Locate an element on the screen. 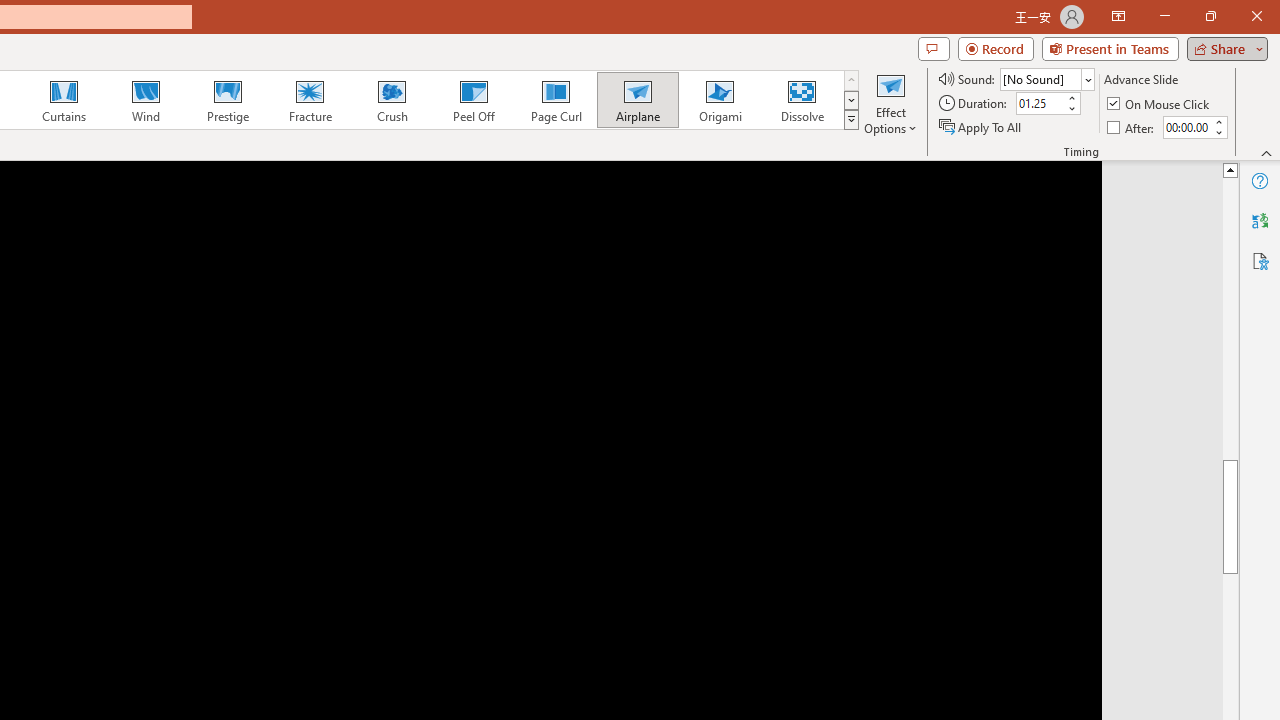  'On Mouse Click' is located at coordinates (1159, 103).